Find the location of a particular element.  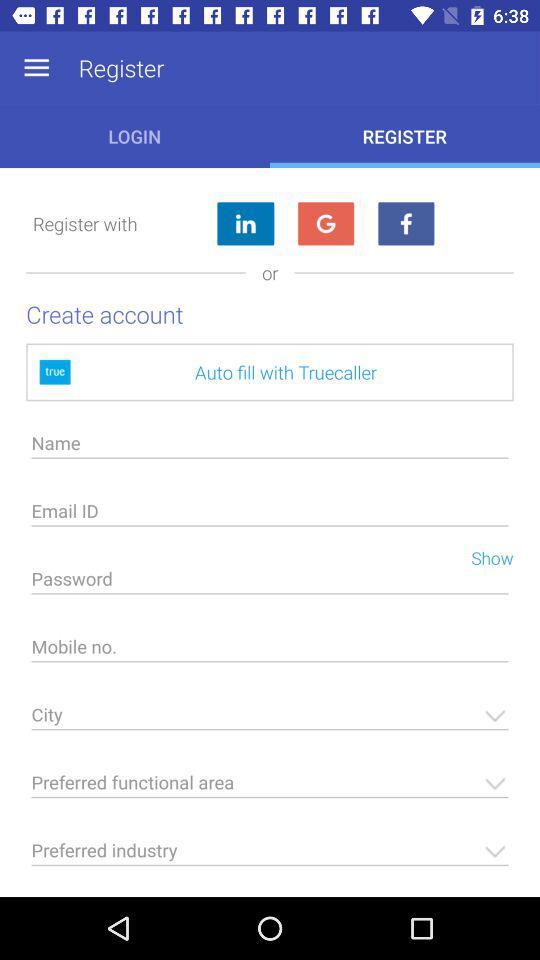

icon on the right is located at coordinates (483, 556).